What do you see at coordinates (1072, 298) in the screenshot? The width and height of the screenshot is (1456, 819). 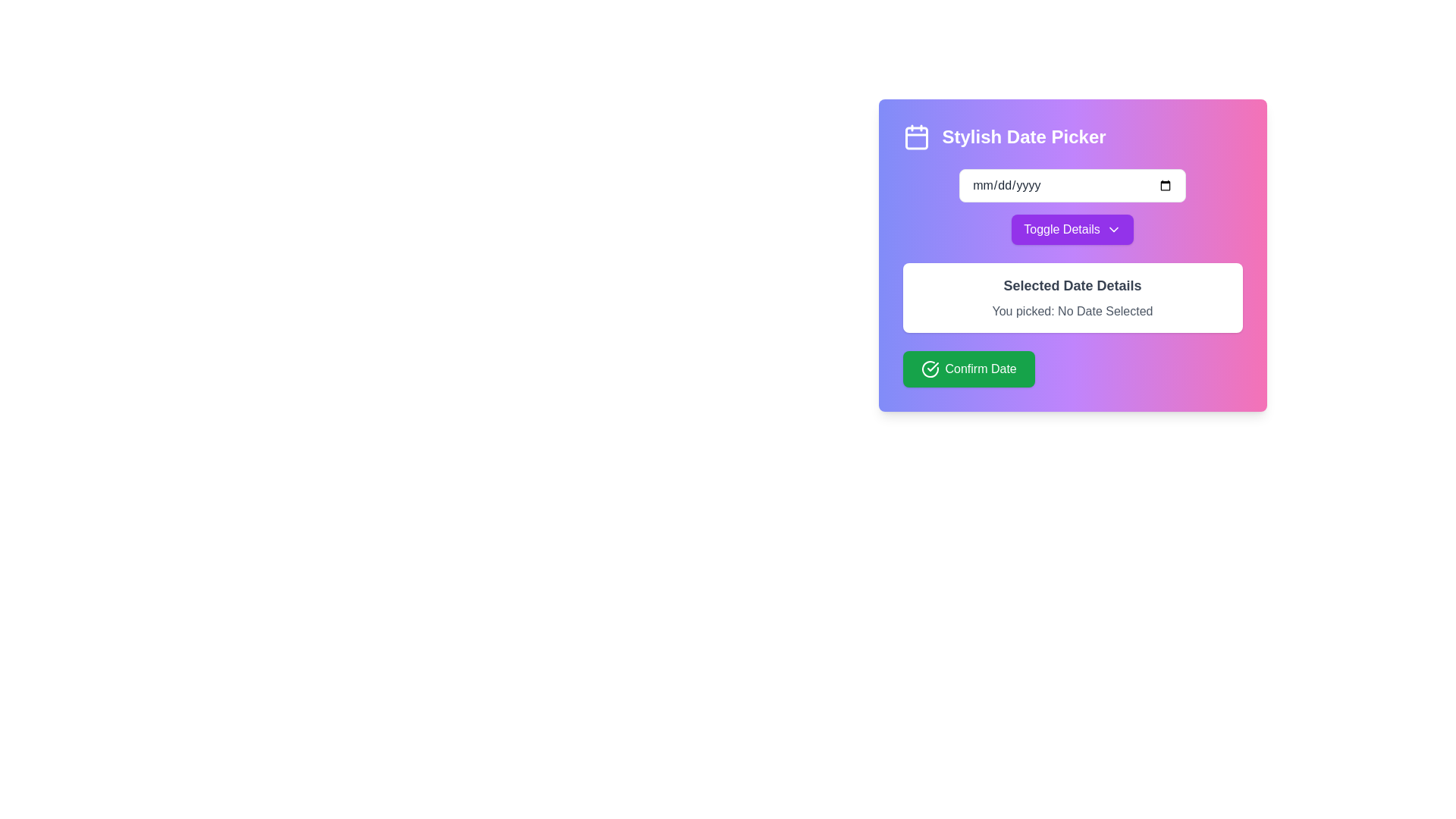 I see `the informational display/card that shows the currently selected date, located in the middle section of the 'Stylish Date Picker' UI, positioned below the 'Toggle Details' button and above the 'Confirm Date' button` at bounding box center [1072, 298].